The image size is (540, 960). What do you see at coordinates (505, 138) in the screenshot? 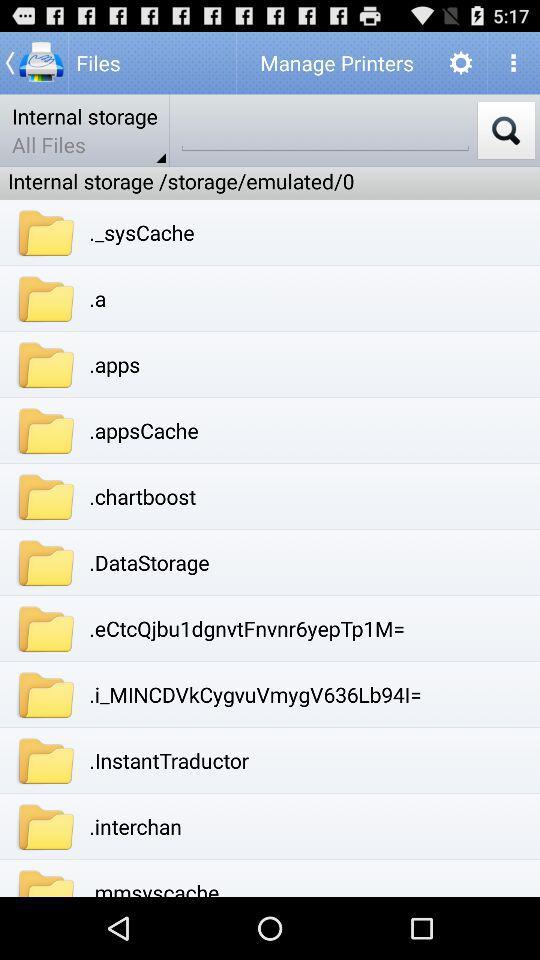
I see `the search icon` at bounding box center [505, 138].